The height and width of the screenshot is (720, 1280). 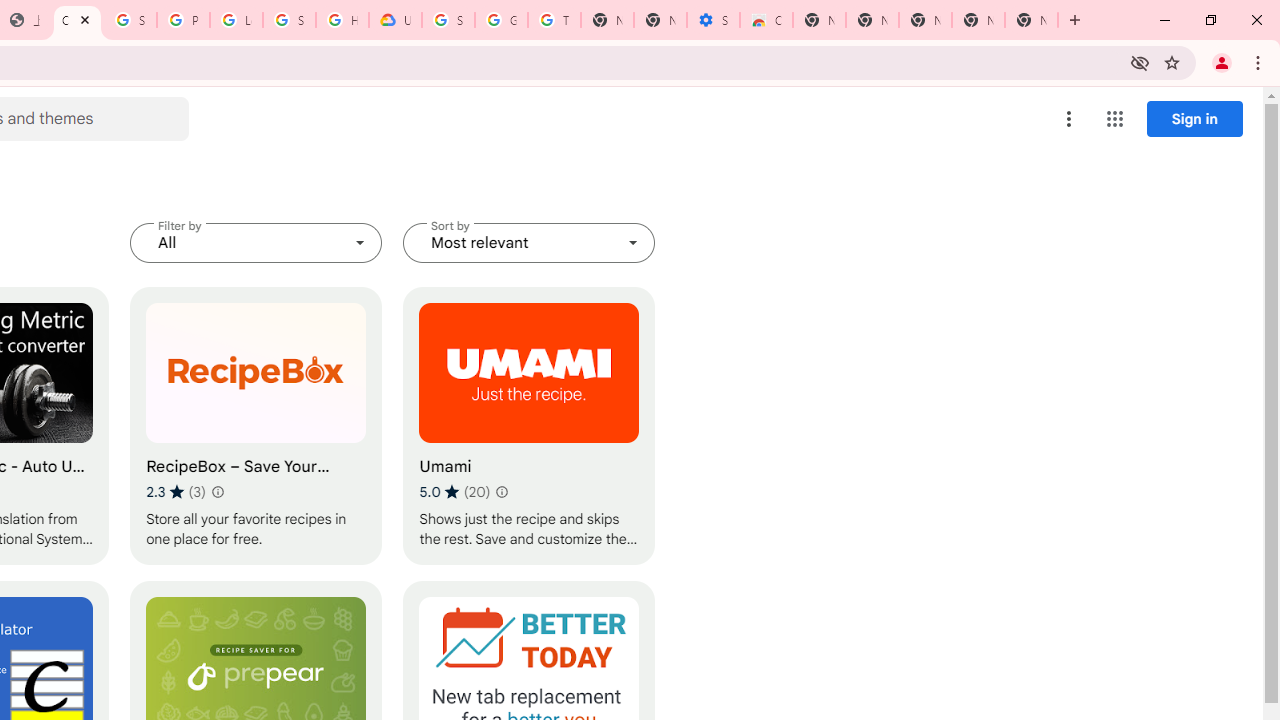 What do you see at coordinates (501, 20) in the screenshot?
I see `'Google Account Help'` at bounding box center [501, 20].